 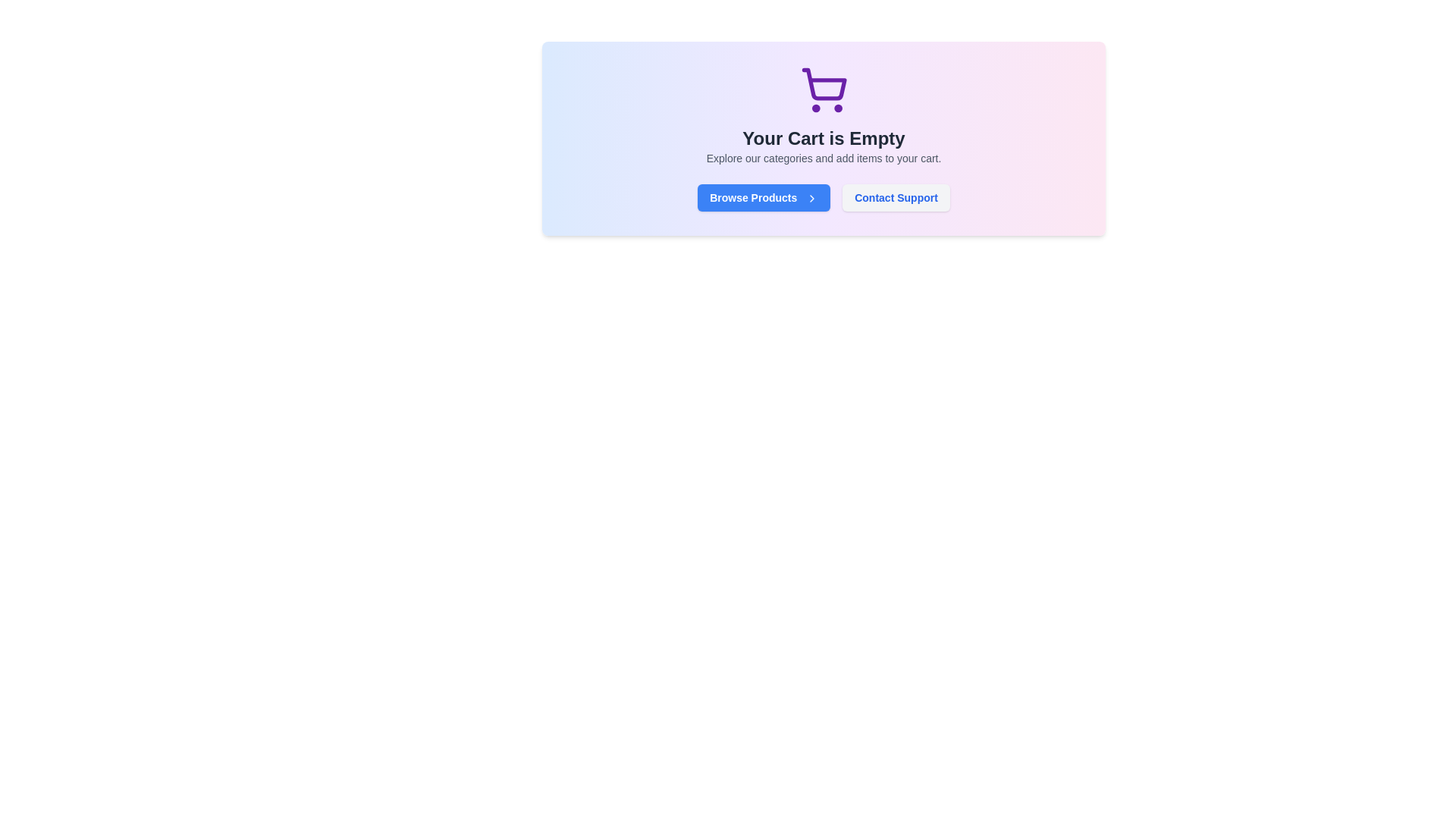 What do you see at coordinates (896, 197) in the screenshot?
I see `the support button located to the right of the 'Browse Products' button, which is part of a horizontally aligned button group in the 'Your Cart is Empty' card` at bounding box center [896, 197].